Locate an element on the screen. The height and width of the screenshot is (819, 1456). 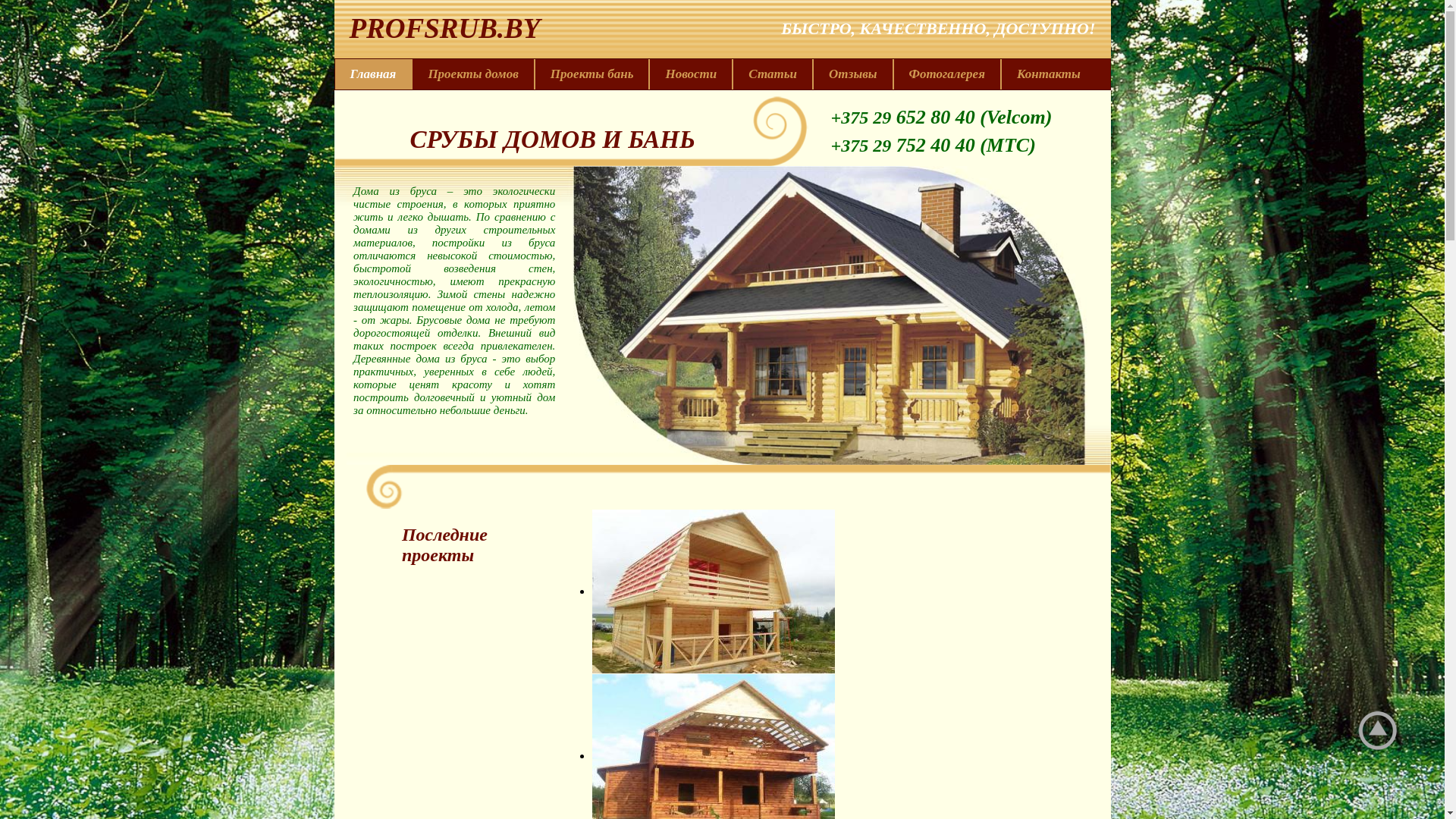
'PROFSRUB.BY' is located at coordinates (436, 28).